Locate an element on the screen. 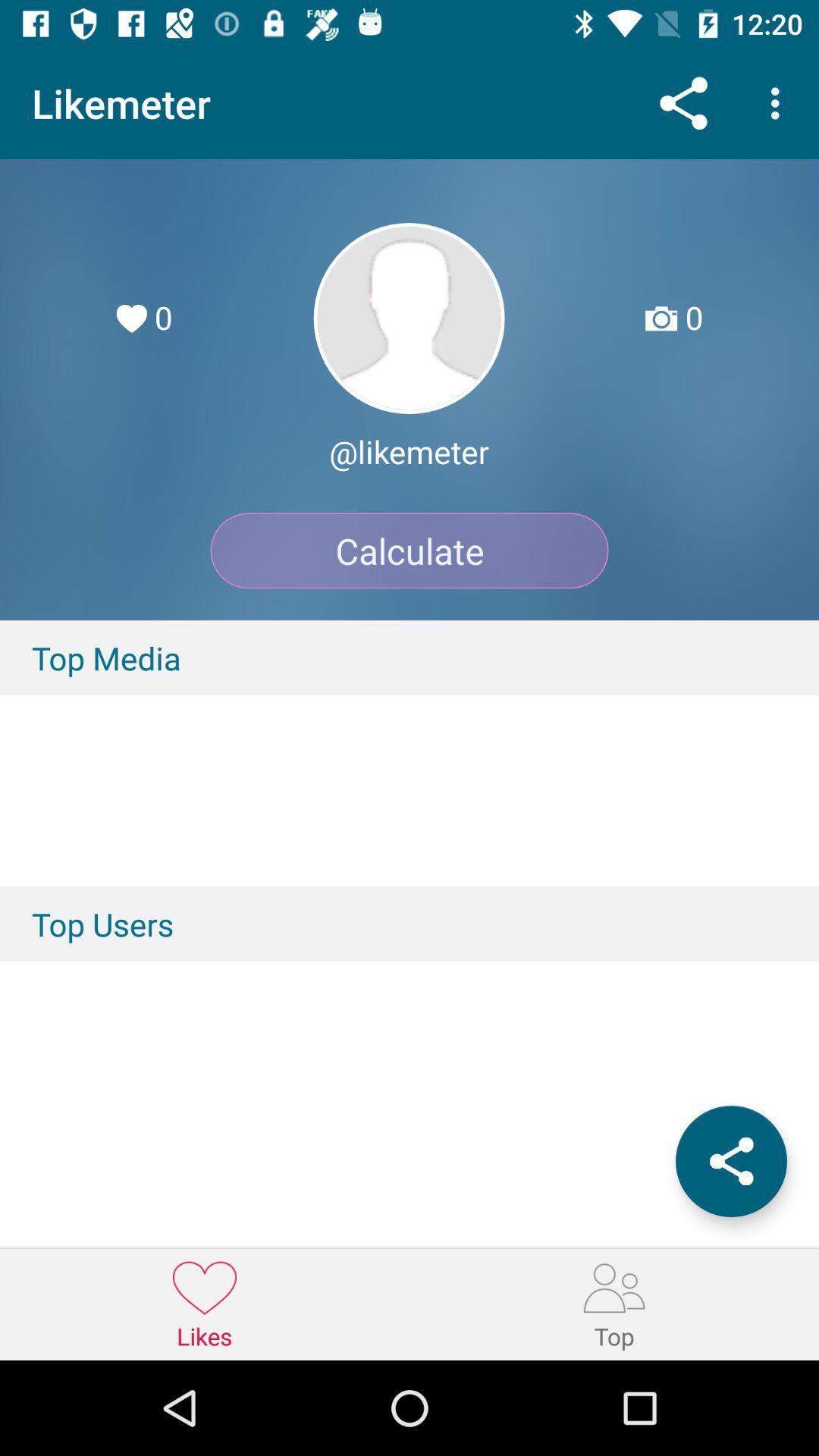  the item below @likemeter icon is located at coordinates (409, 550).